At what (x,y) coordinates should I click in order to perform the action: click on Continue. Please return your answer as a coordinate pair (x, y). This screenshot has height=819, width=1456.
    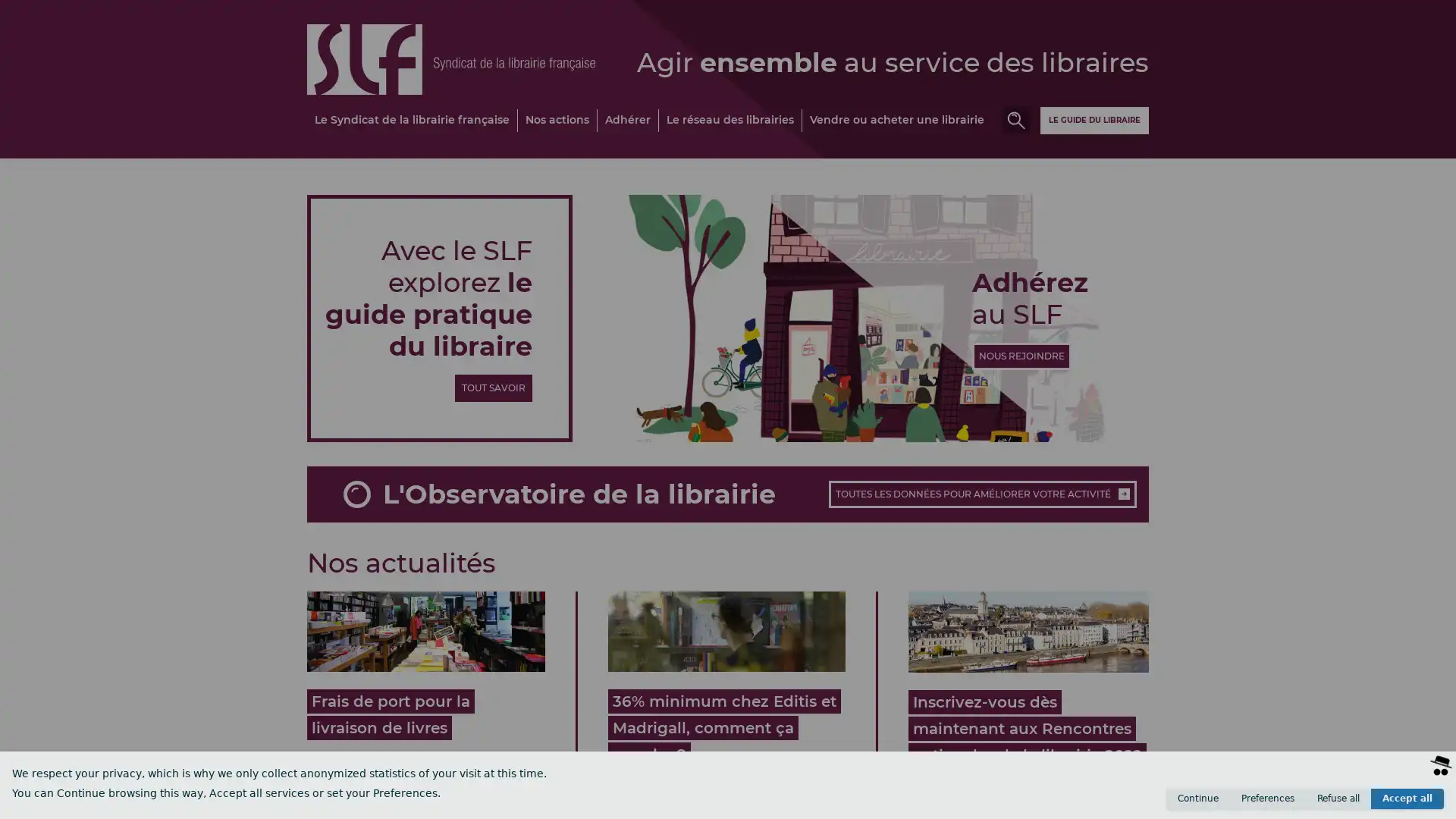
    Looking at the image, I should click on (1197, 798).